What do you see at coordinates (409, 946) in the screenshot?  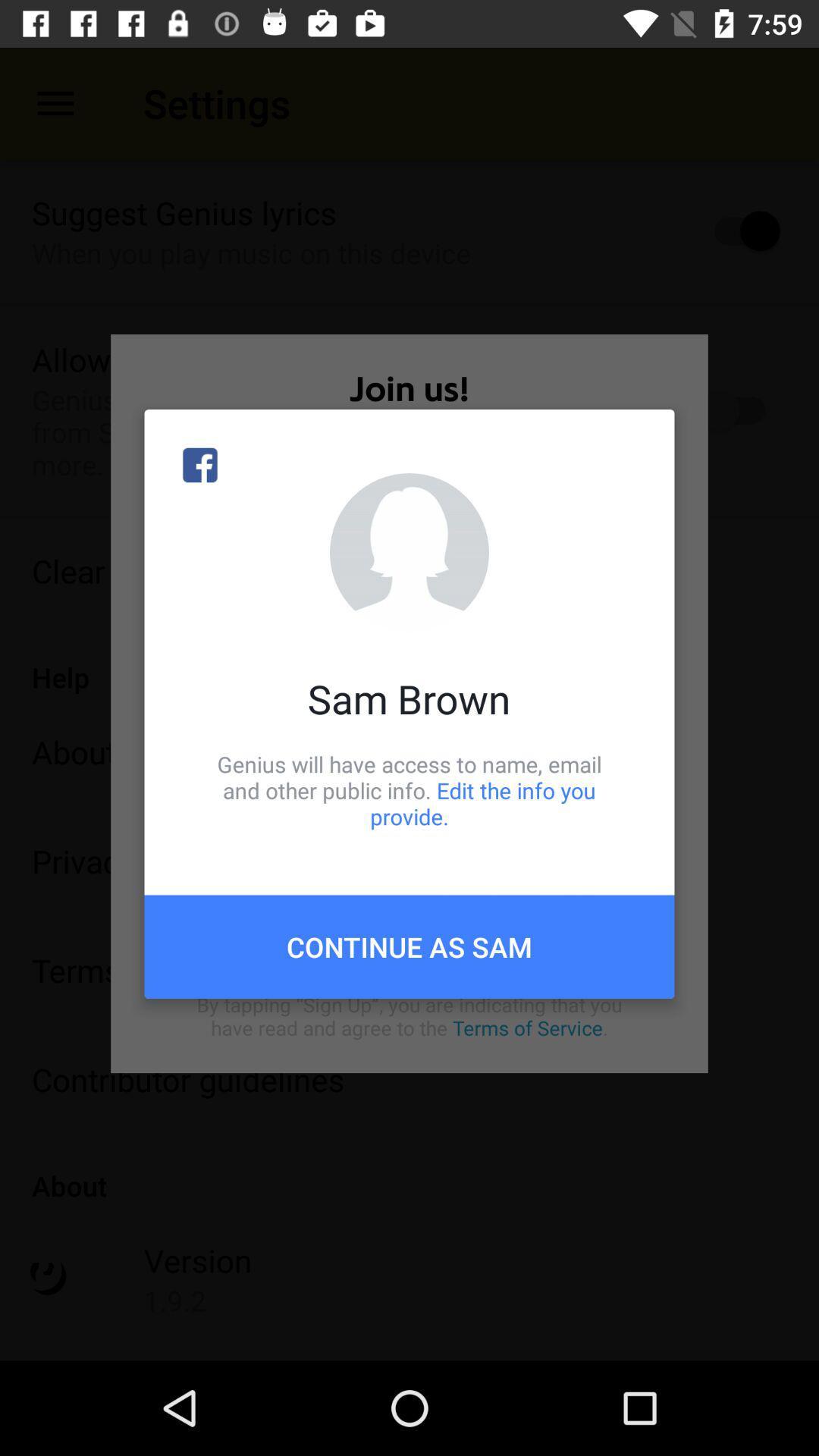 I see `the continue as sam item` at bounding box center [409, 946].